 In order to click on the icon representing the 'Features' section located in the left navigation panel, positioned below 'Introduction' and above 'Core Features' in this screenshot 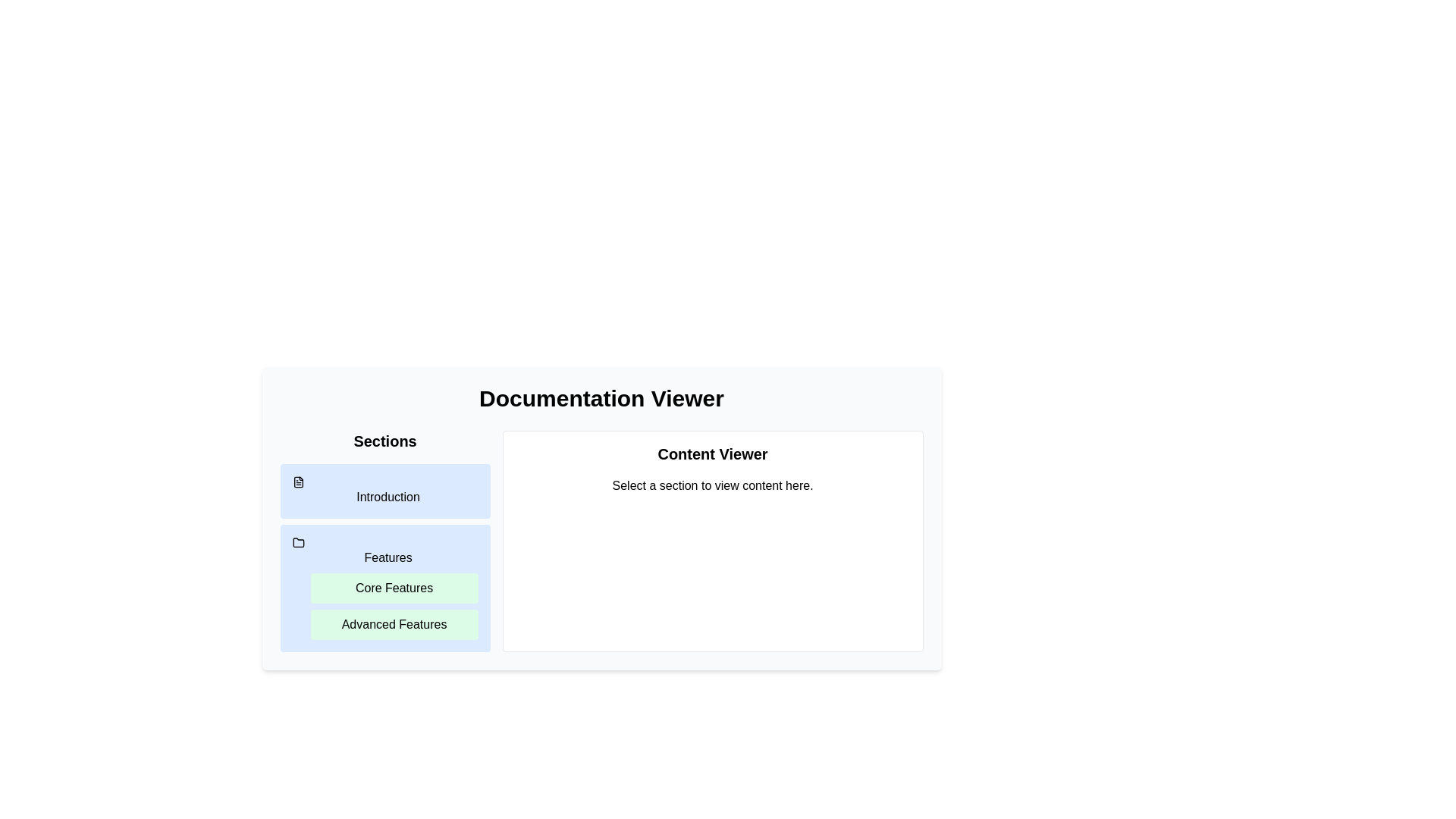, I will do `click(298, 541)`.